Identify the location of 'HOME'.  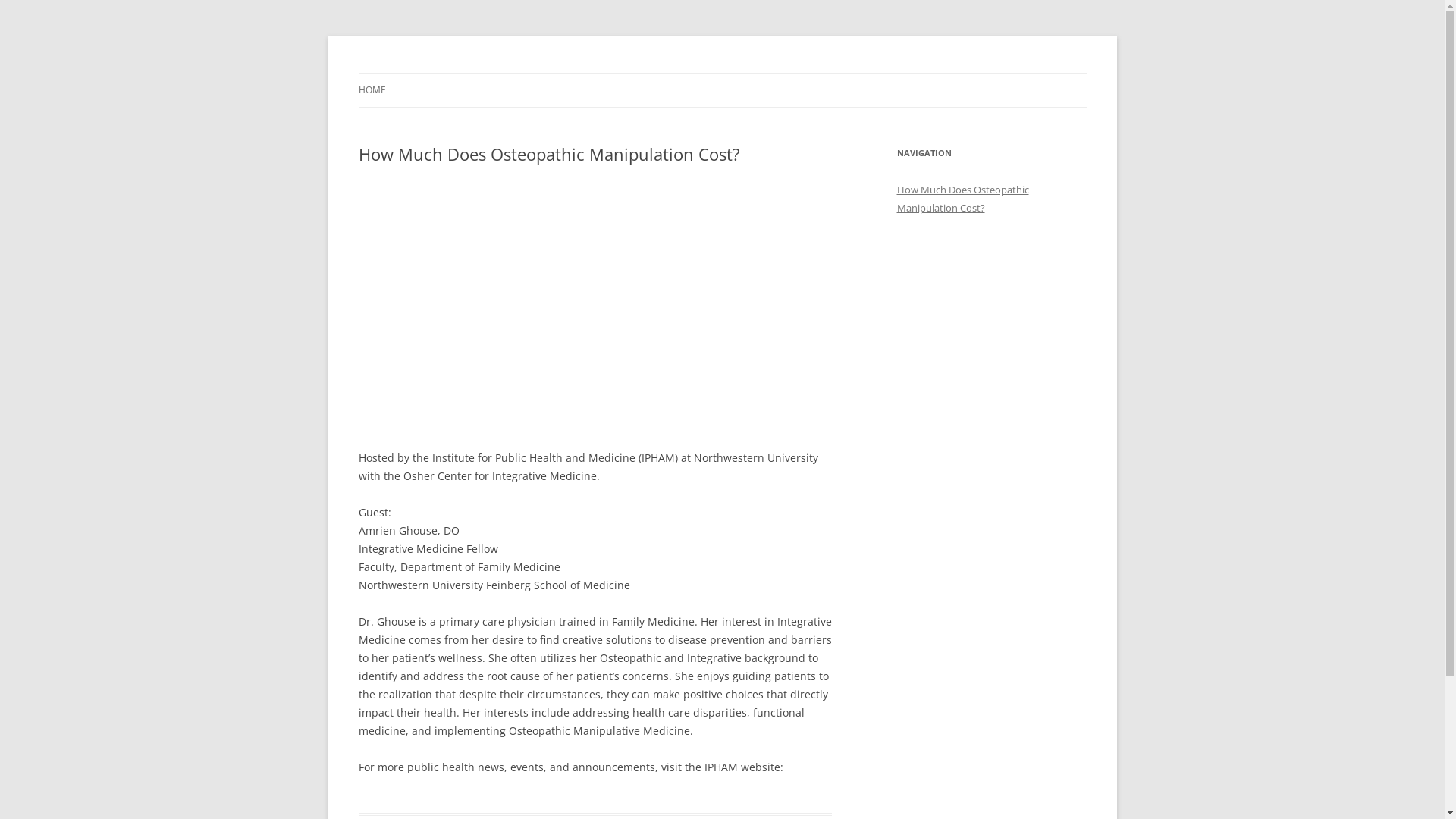
(356, 90).